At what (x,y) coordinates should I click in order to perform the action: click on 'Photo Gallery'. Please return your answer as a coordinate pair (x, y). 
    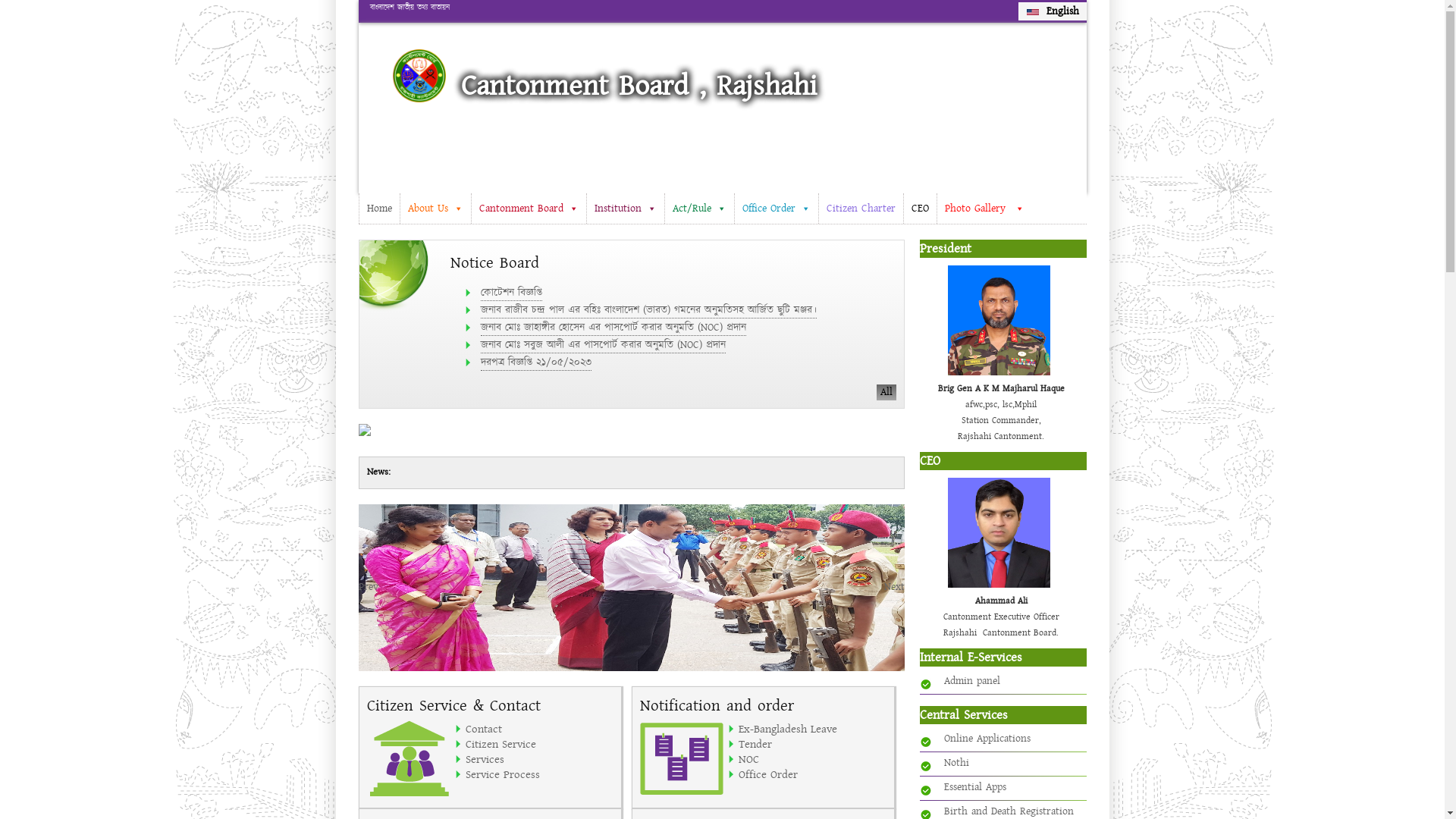
    Looking at the image, I should click on (934, 208).